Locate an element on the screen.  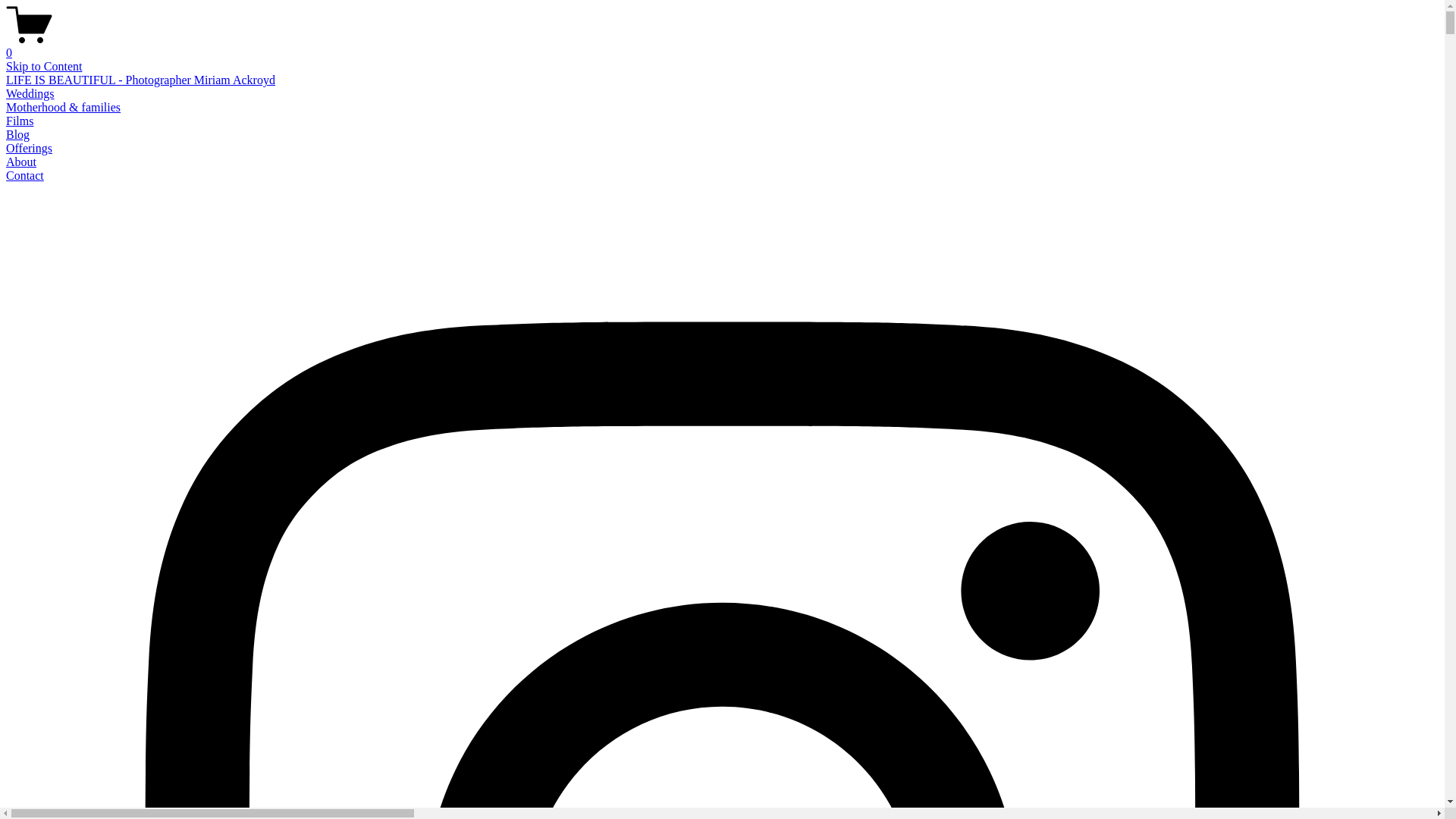
'Motherhood & families' is located at coordinates (62, 106).